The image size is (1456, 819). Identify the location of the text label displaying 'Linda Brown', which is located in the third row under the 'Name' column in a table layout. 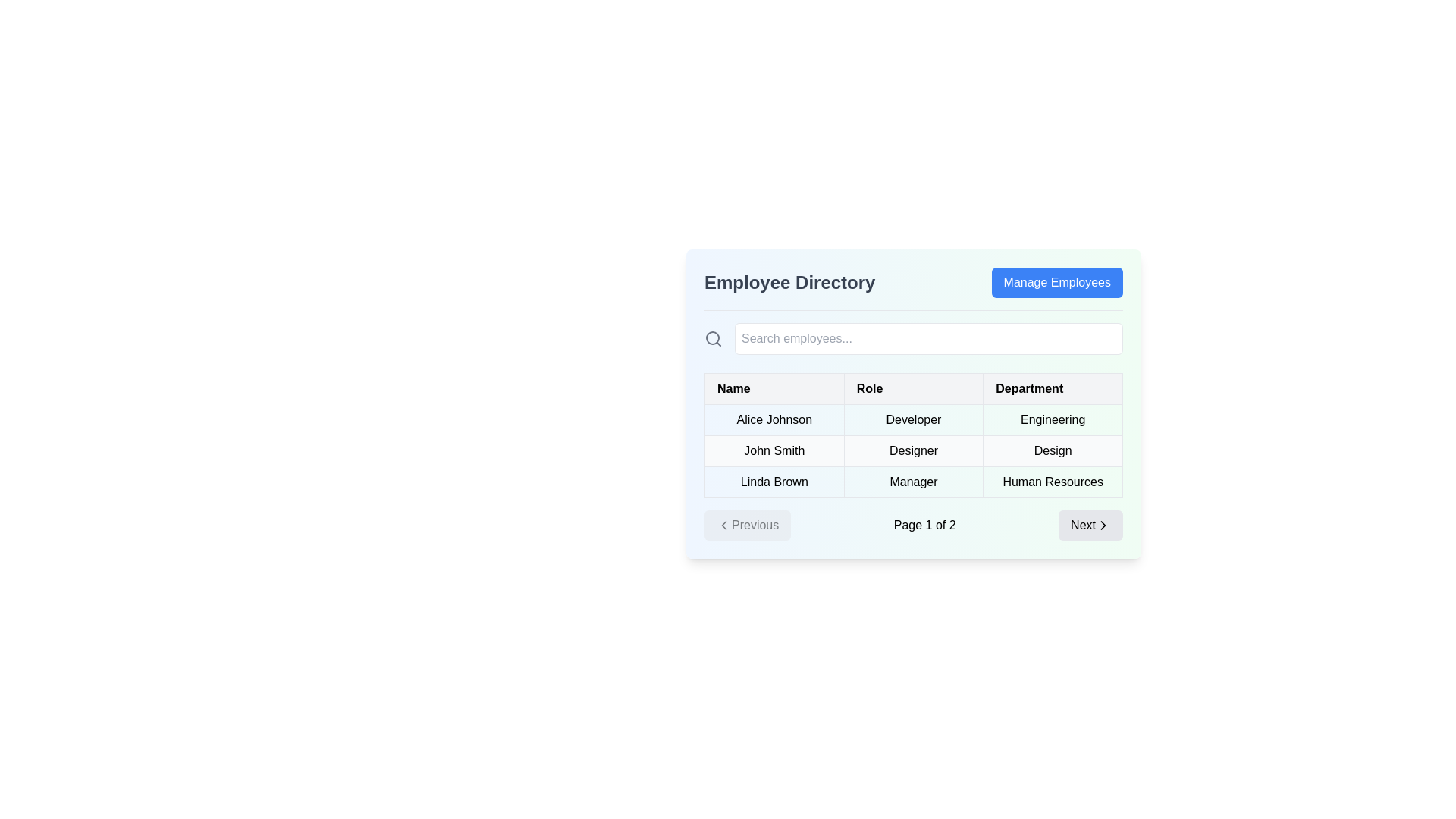
(774, 482).